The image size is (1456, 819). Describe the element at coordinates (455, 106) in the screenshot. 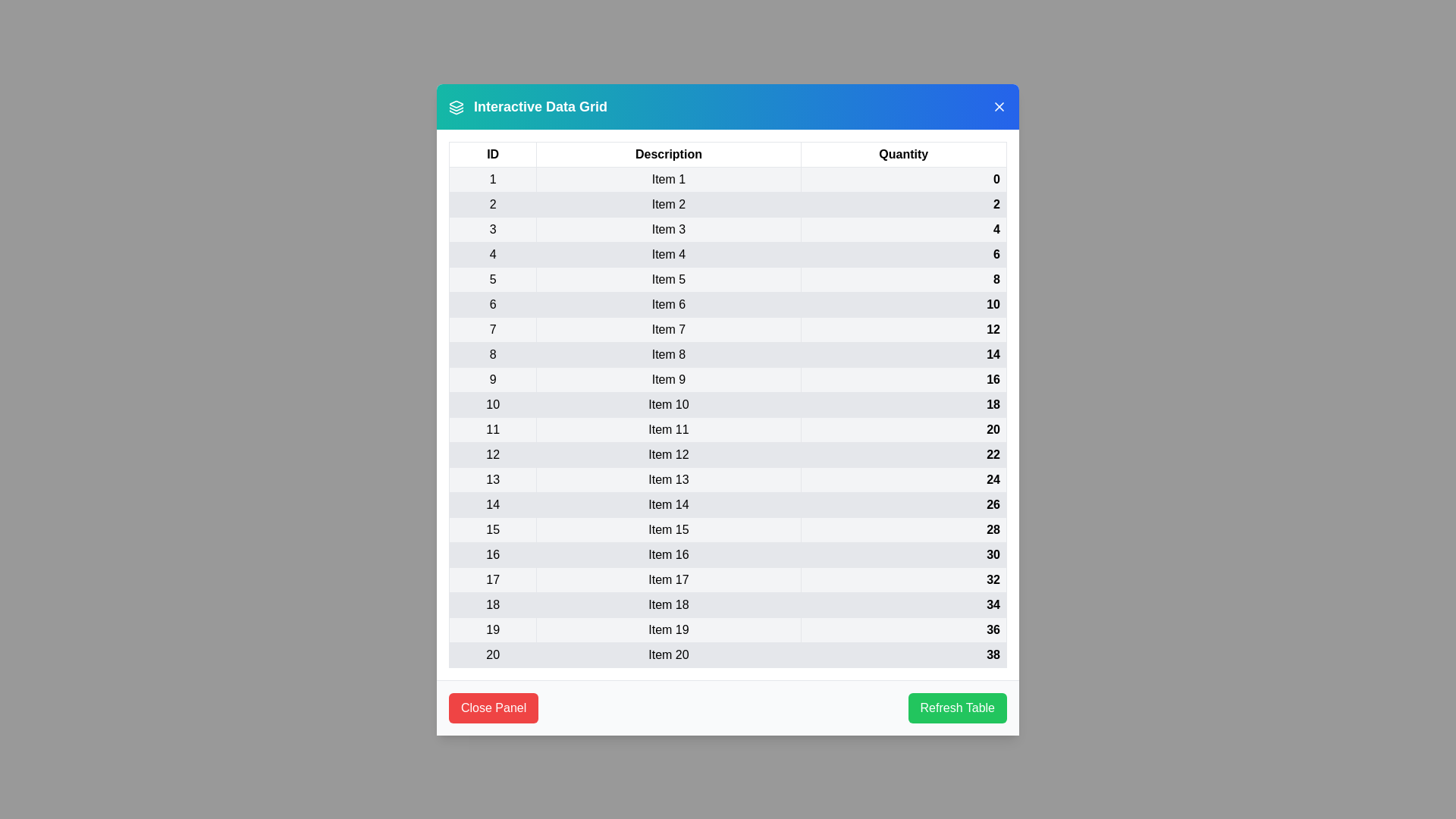

I see `the header icon to display information about the grid's purpose` at that location.